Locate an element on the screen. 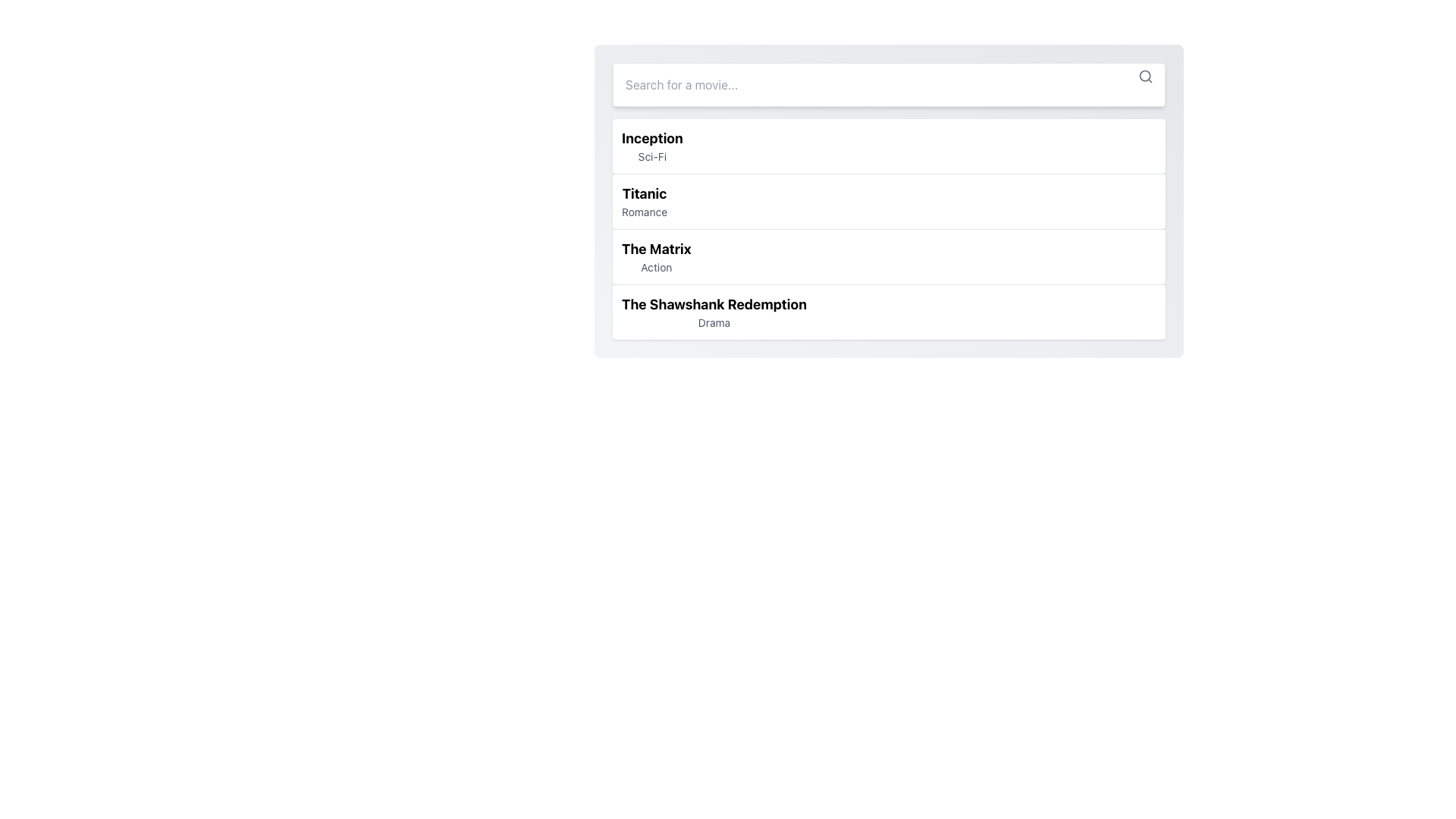 This screenshot has width=1456, height=819. the non-interactive placeholder list item representing the movie 'Titanic' in the vertical list of selection options, located below 'Inception' and above 'The Matrix.' is located at coordinates (889, 200).